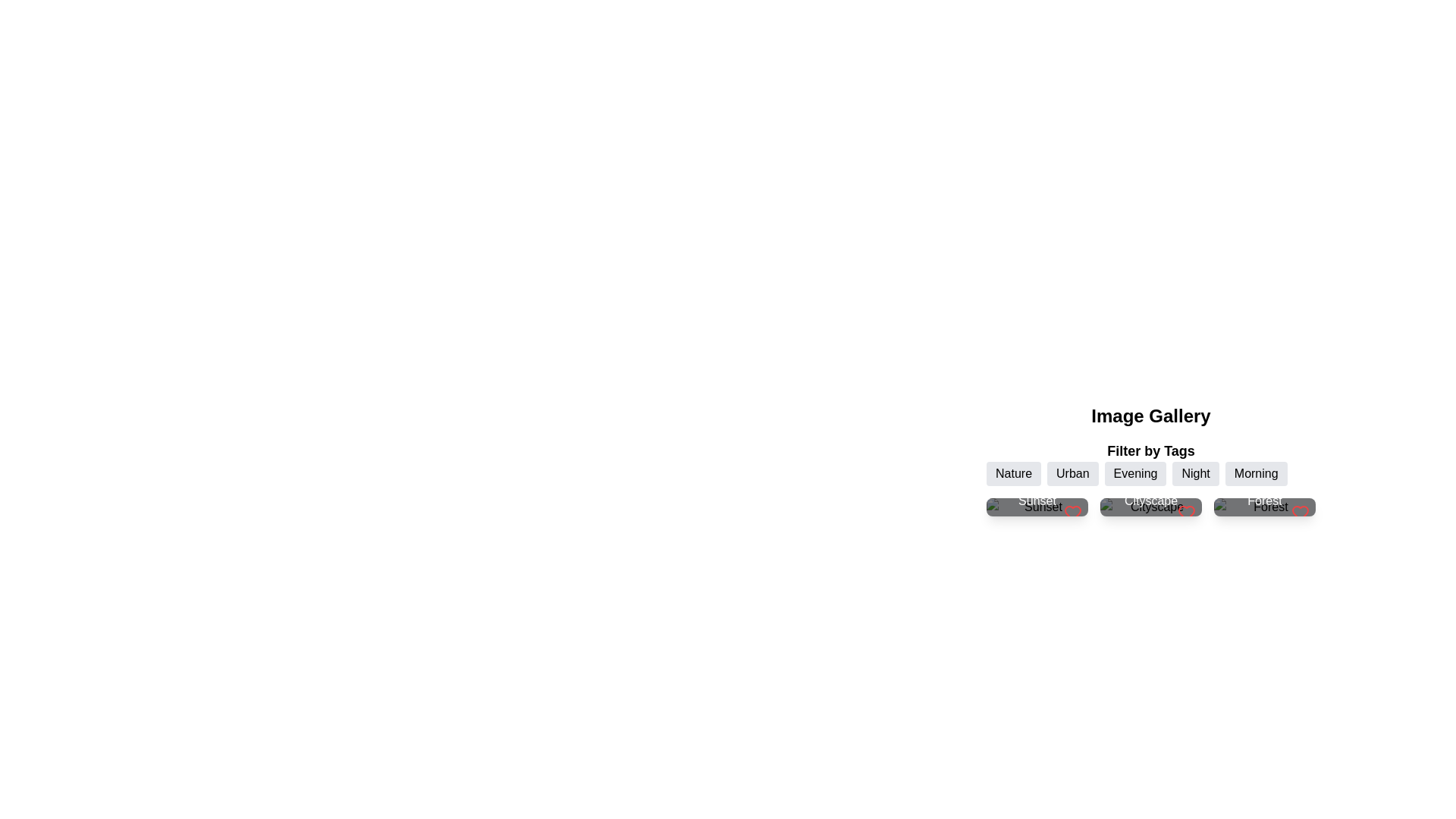 The height and width of the screenshot is (819, 1456). What do you see at coordinates (1037, 500) in the screenshot?
I see `the 'Sunset' text label located in the first section of the second row, below the 'Filter by Tags' label` at bounding box center [1037, 500].